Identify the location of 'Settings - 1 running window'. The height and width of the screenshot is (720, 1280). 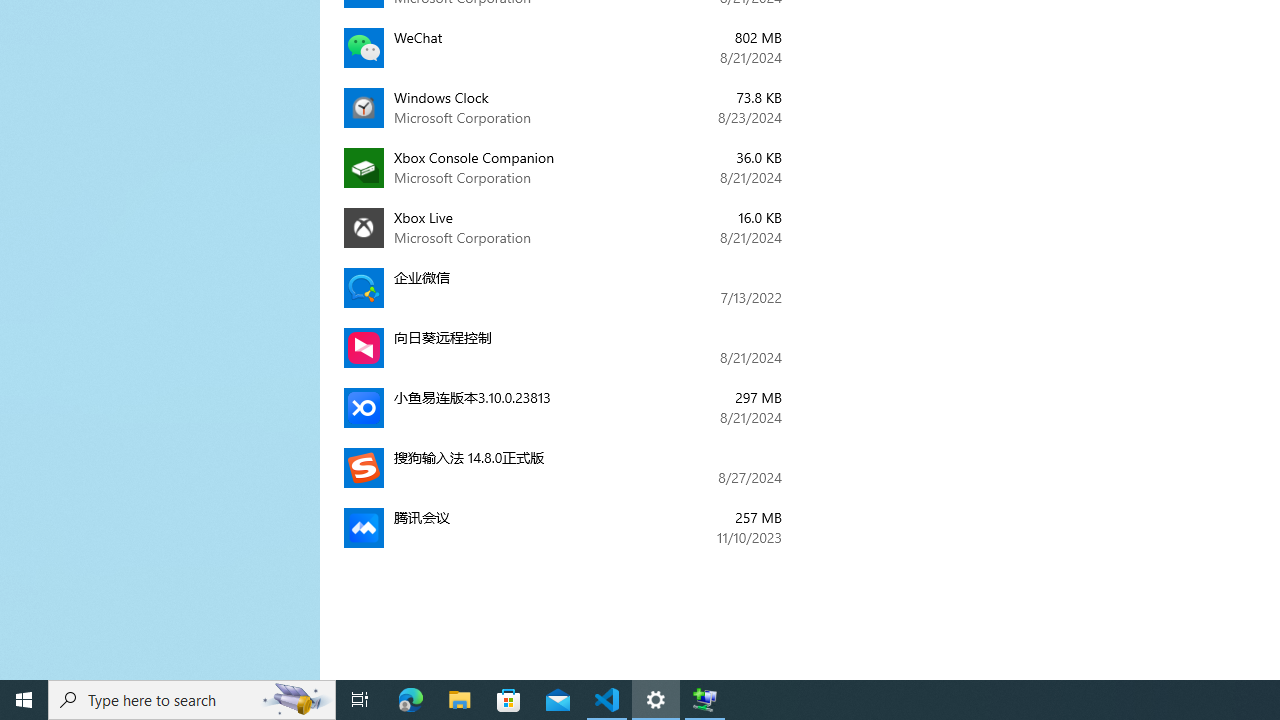
(656, 698).